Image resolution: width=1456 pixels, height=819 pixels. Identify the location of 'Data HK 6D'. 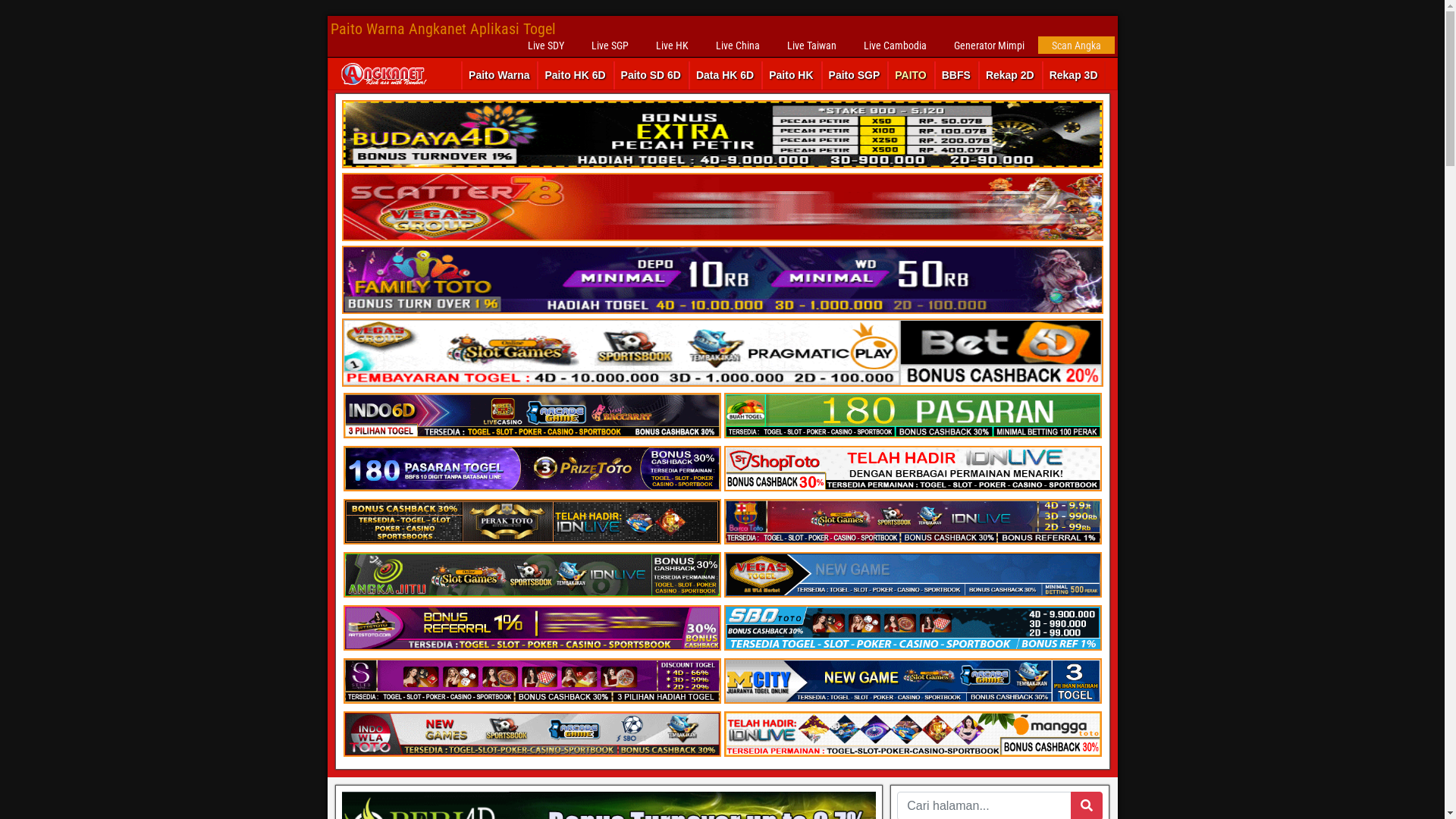
(723, 75).